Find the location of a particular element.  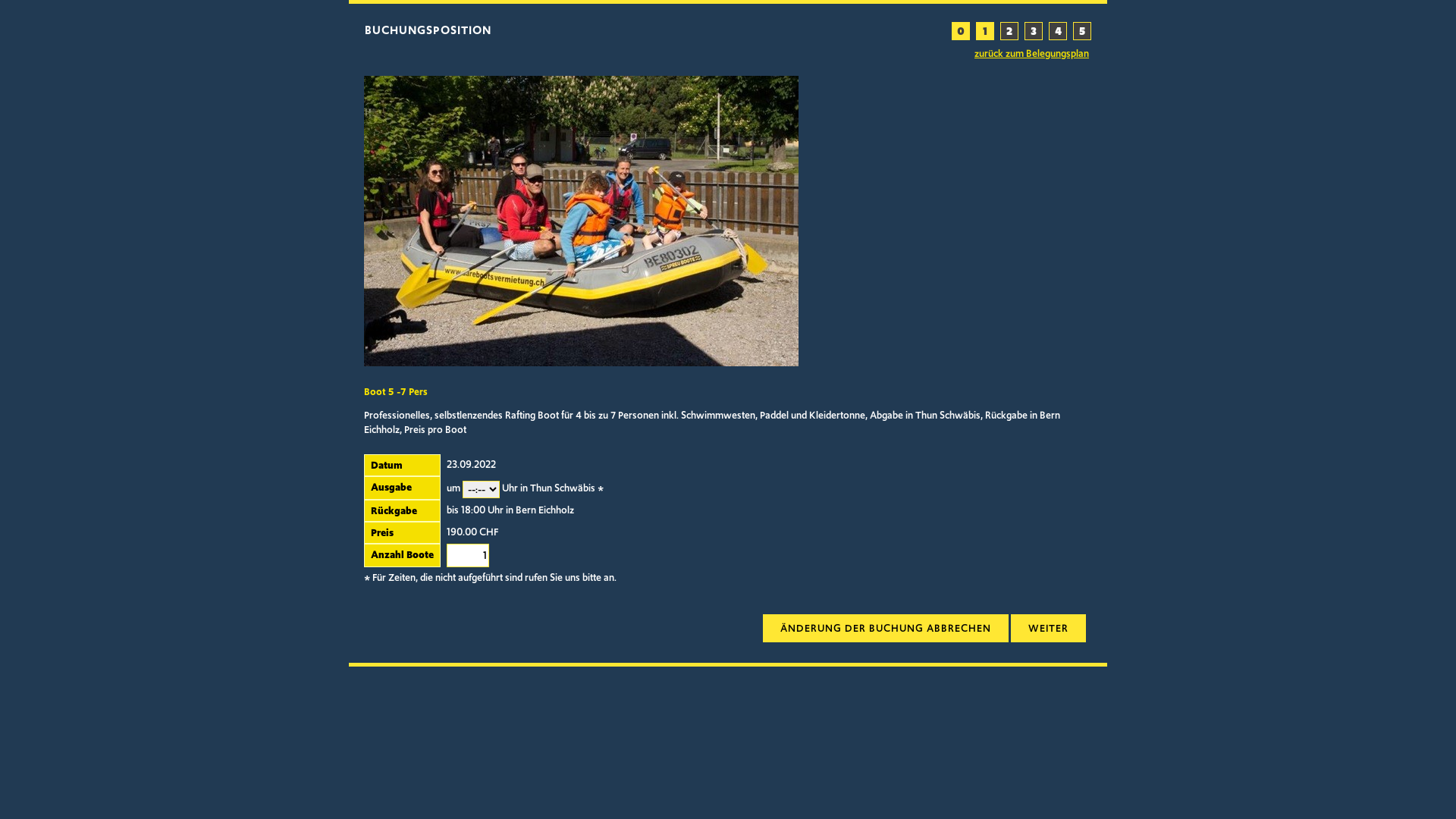

'2' is located at coordinates (1009, 31).